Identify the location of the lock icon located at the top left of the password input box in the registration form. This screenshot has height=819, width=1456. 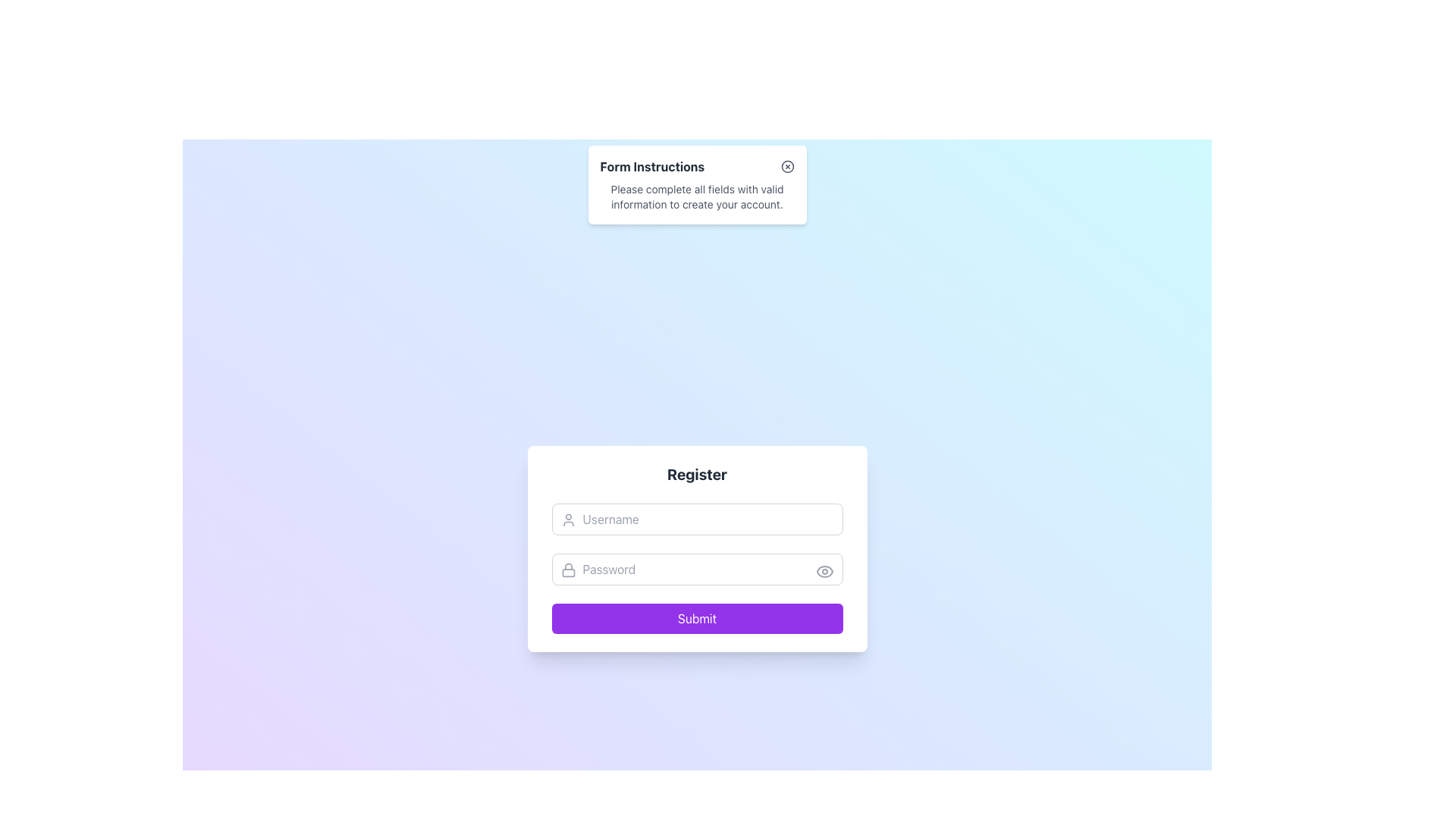
(567, 570).